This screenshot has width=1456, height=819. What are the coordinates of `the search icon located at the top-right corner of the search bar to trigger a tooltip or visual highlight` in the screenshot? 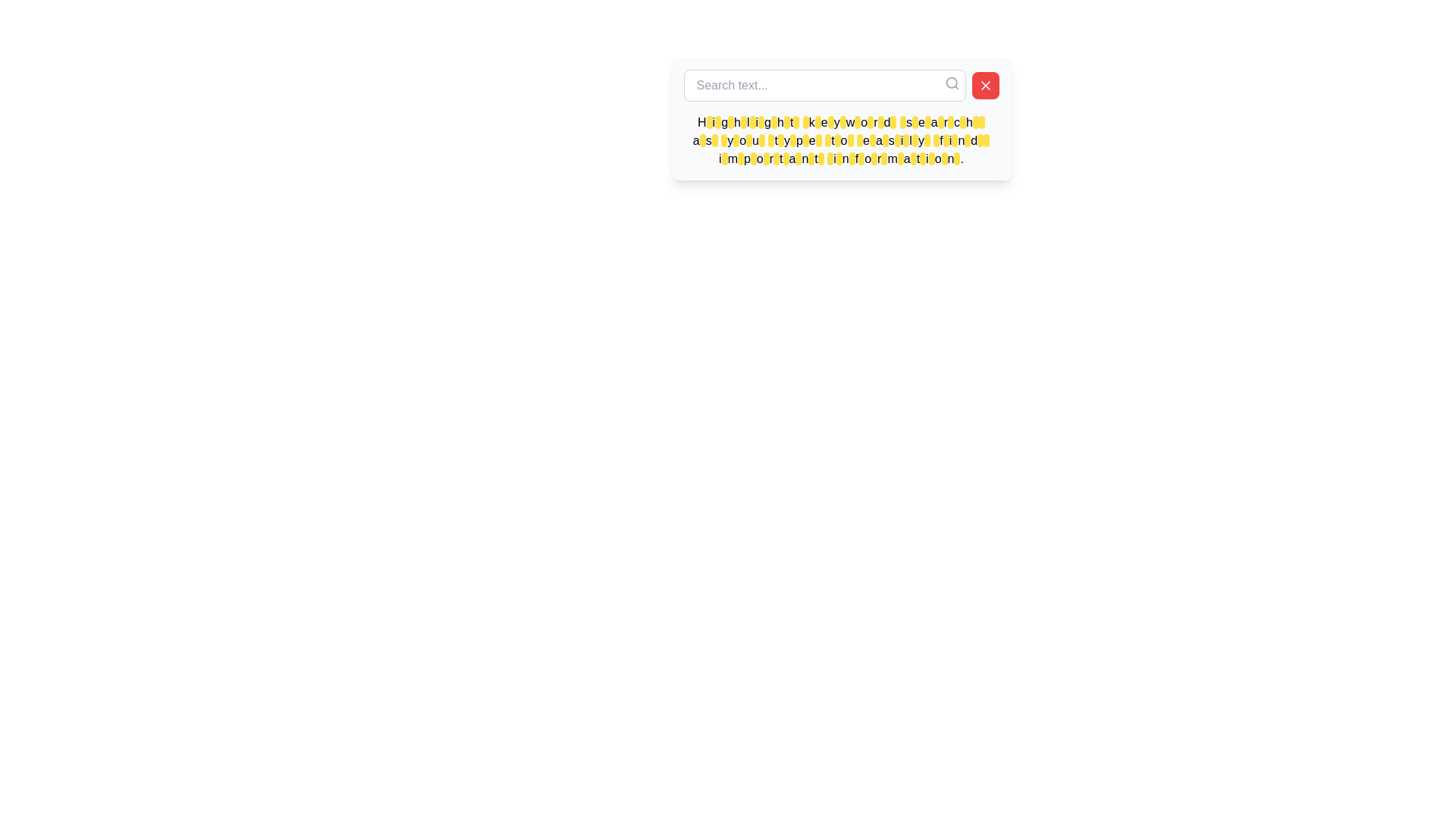 It's located at (951, 83).